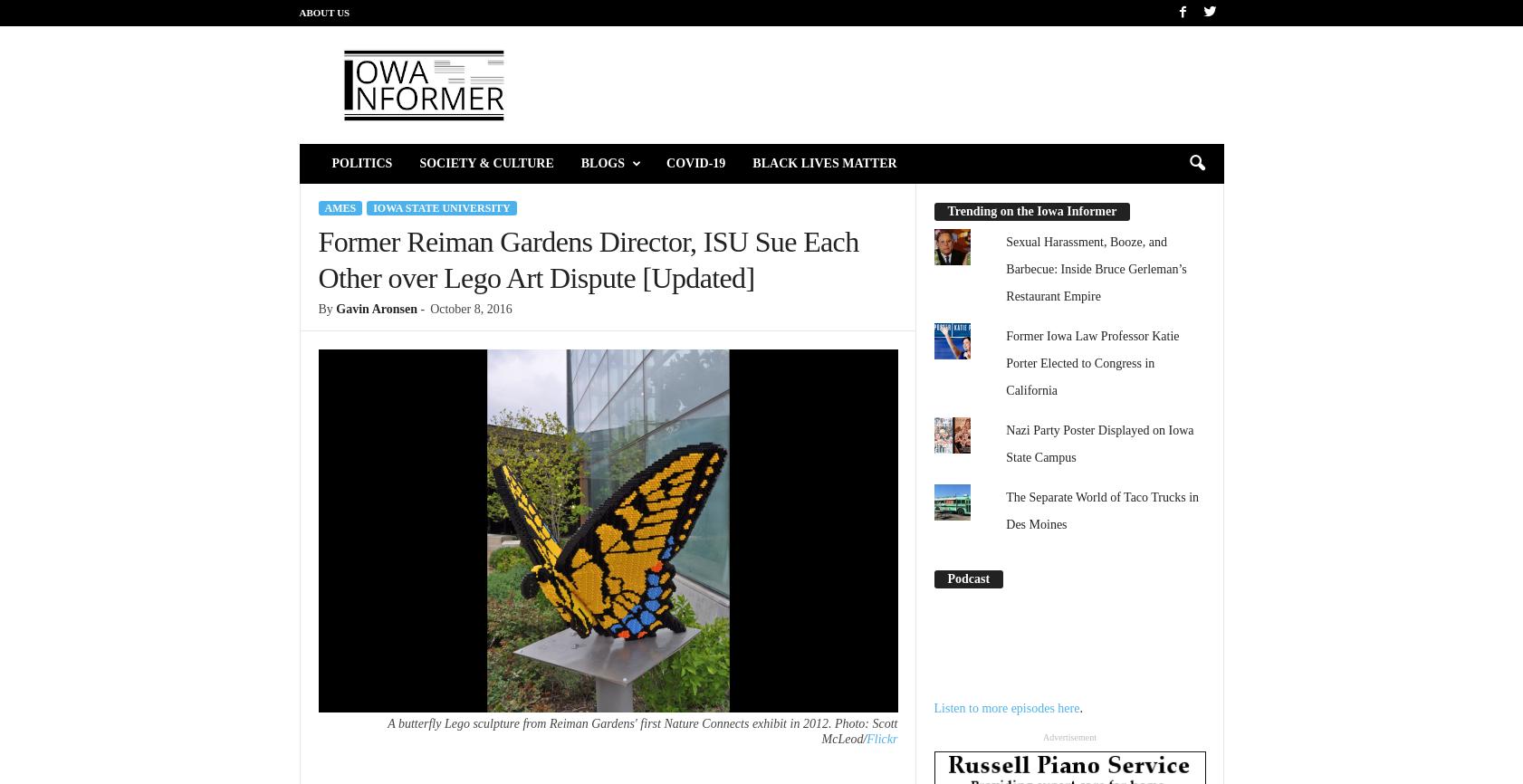 The height and width of the screenshot is (784, 1523). I want to click on 'By', so click(317, 308).